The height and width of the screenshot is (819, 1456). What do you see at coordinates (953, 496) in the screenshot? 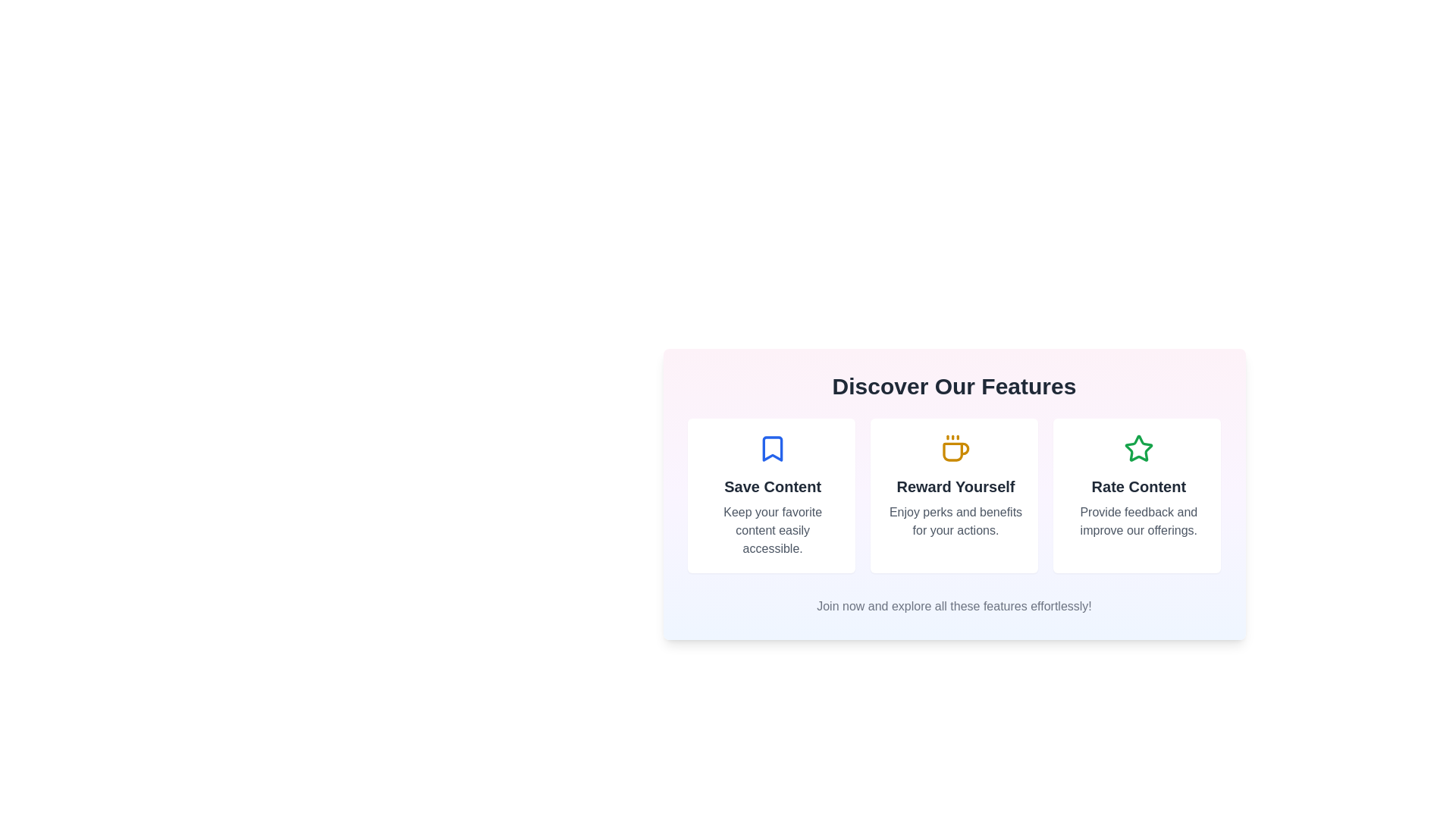
I see `the Hyperlink card located in the second column under the 'Discover Our Features' header` at bounding box center [953, 496].